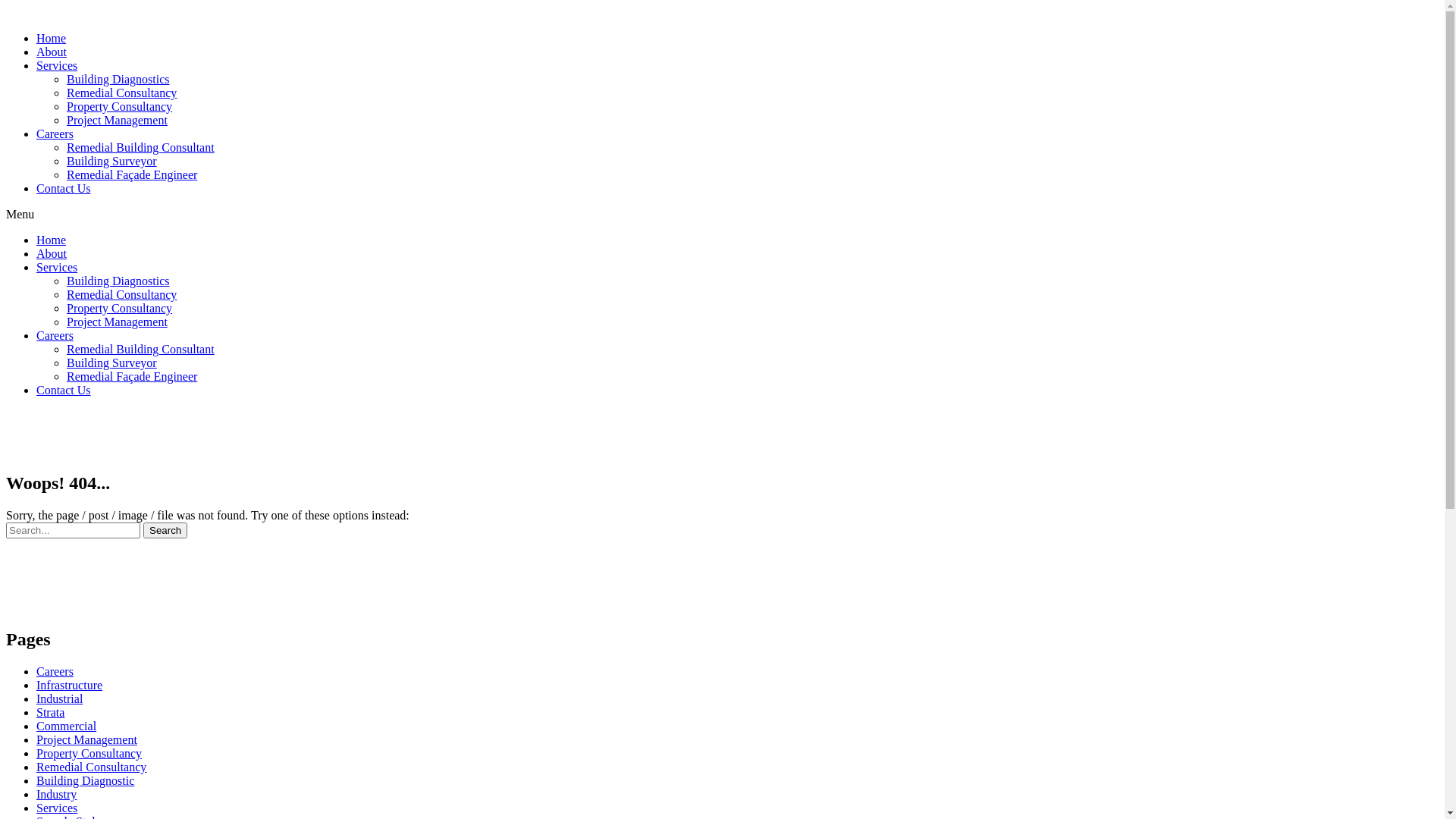 This screenshot has height=819, width=1456. Describe the element at coordinates (55, 334) in the screenshot. I see `'Careers'` at that location.